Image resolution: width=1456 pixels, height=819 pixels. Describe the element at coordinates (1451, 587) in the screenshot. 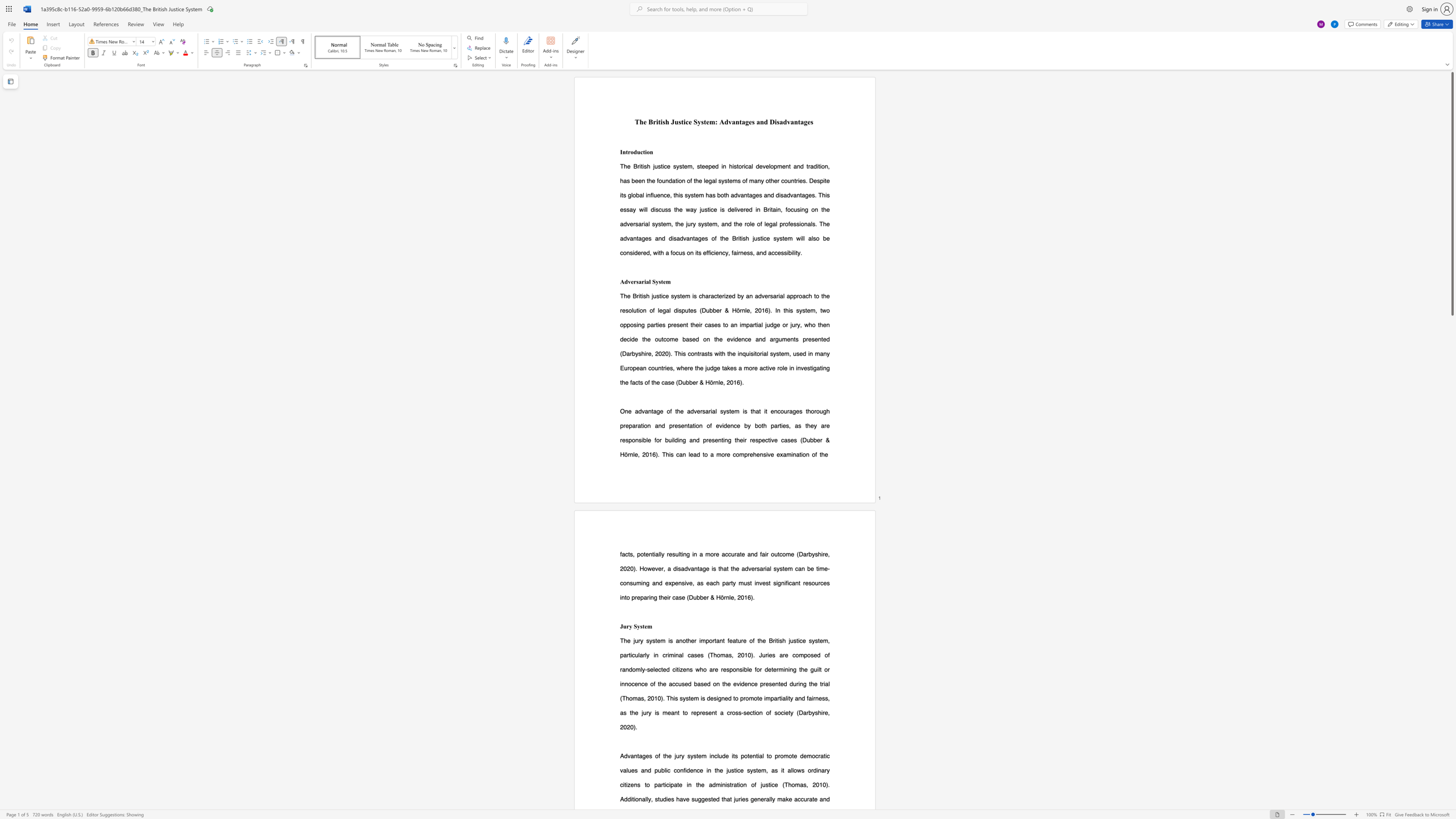

I see `the scrollbar to slide the page down` at that location.